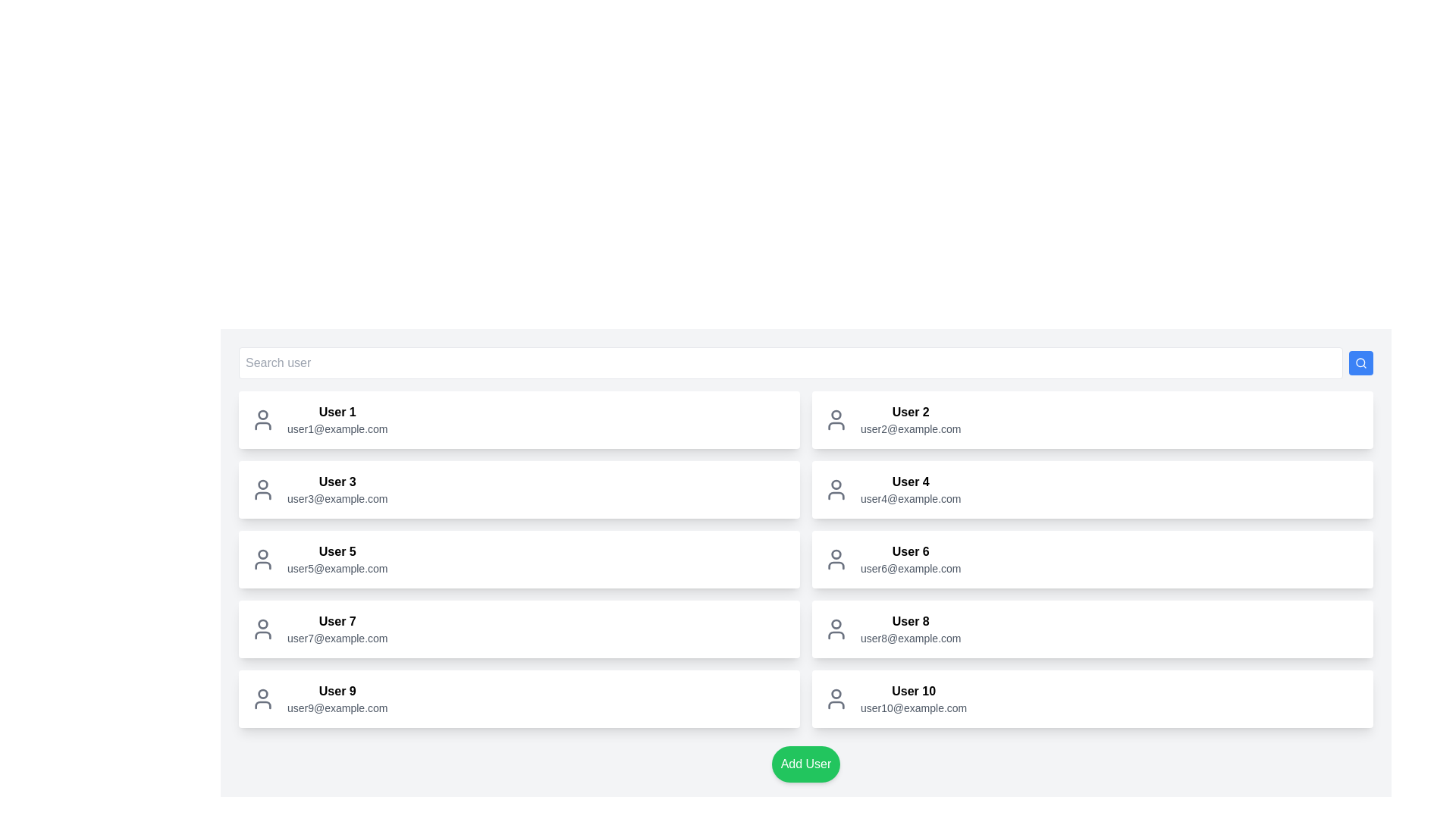 Image resolution: width=1456 pixels, height=819 pixels. Describe the element at coordinates (836, 554) in the screenshot. I see `the circular head component of the user icon if it is enabled` at that location.